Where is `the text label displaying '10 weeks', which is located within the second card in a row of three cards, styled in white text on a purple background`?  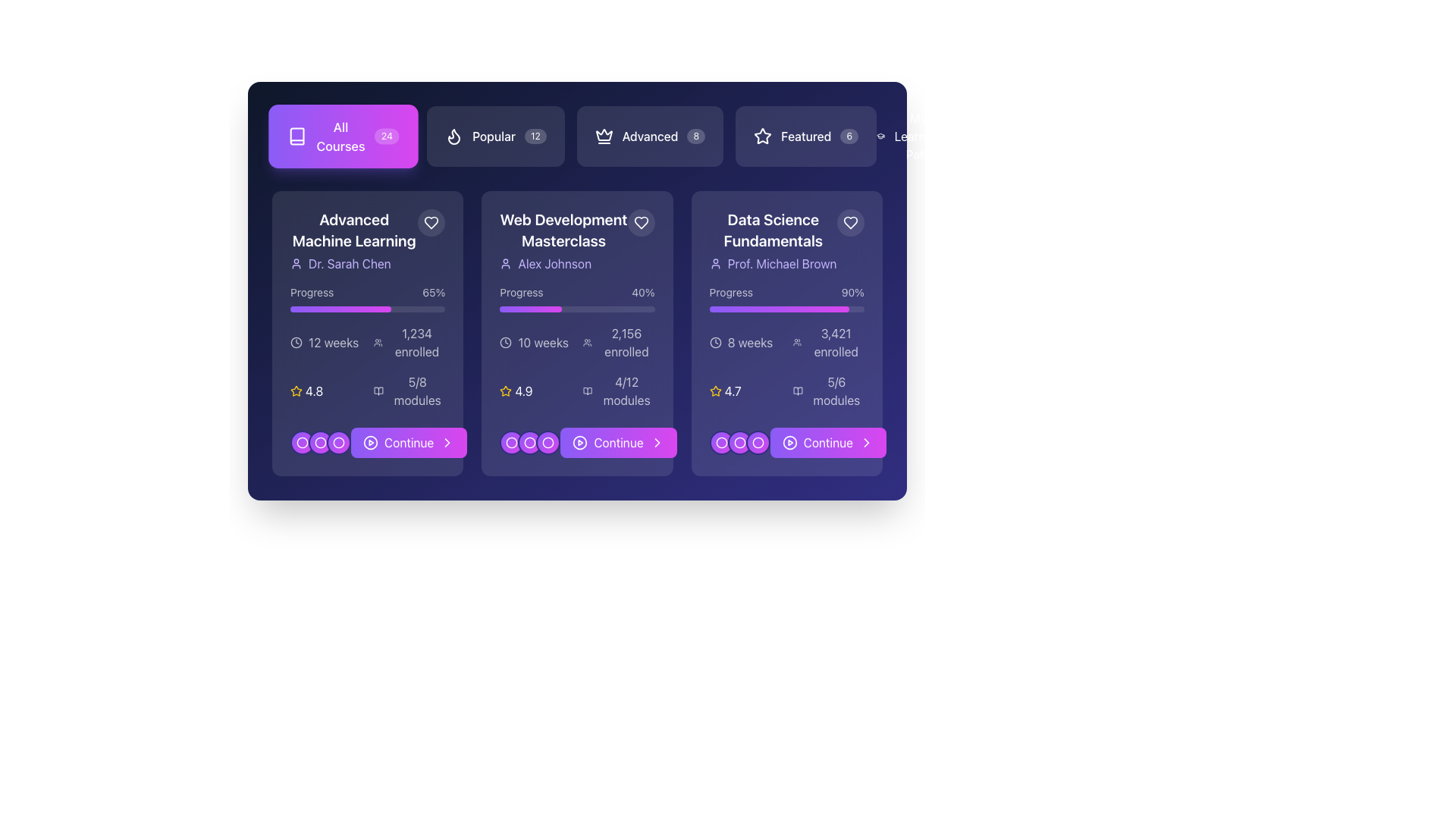
the text label displaying '10 weeks', which is located within the second card in a row of three cards, styled in white text on a purple background is located at coordinates (543, 342).